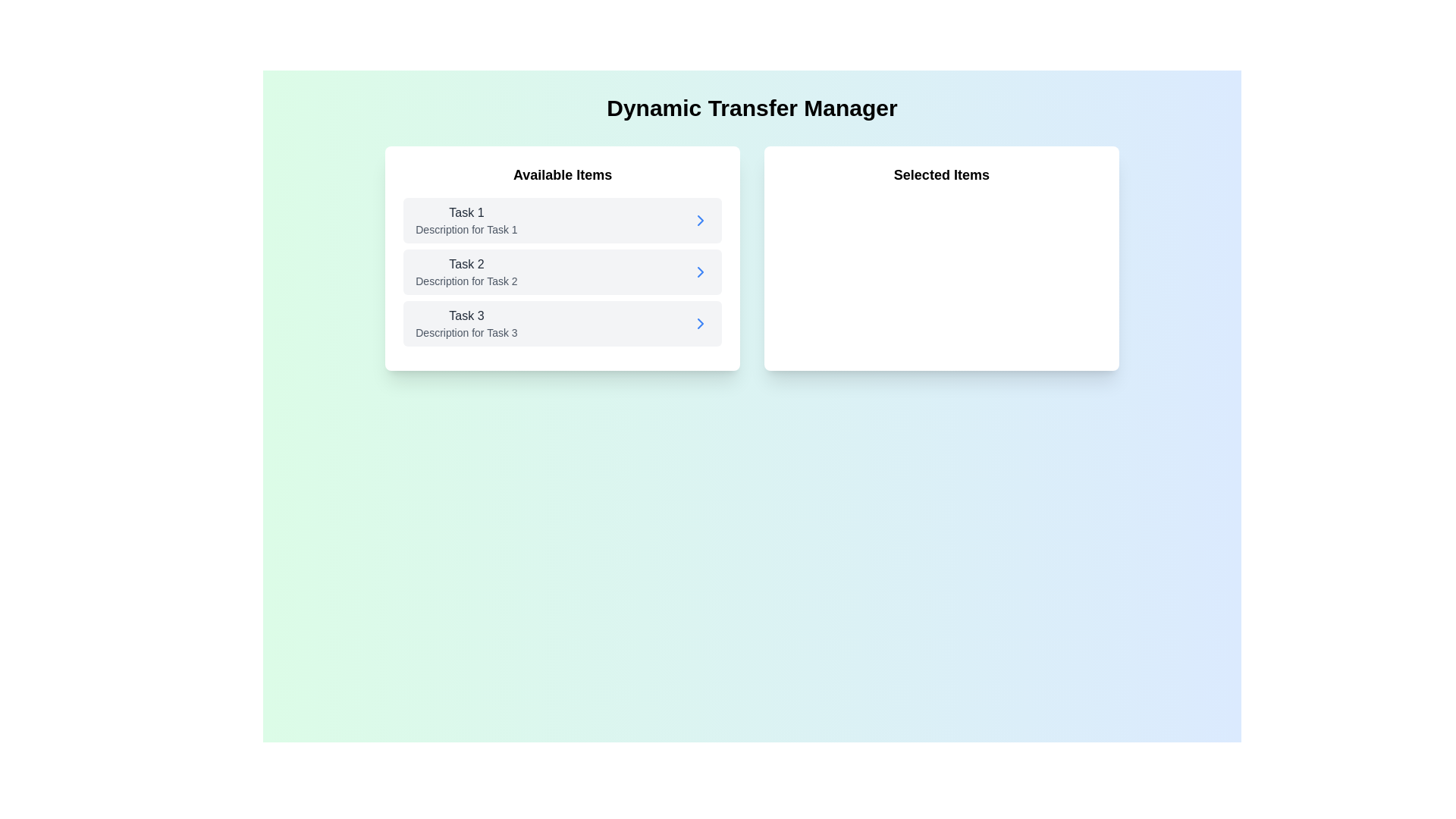 The image size is (1456, 819). What do you see at coordinates (465, 323) in the screenshot?
I see `the title text of the task list entry labeled 'Task 3' to highlight it, which is the third item` at bounding box center [465, 323].